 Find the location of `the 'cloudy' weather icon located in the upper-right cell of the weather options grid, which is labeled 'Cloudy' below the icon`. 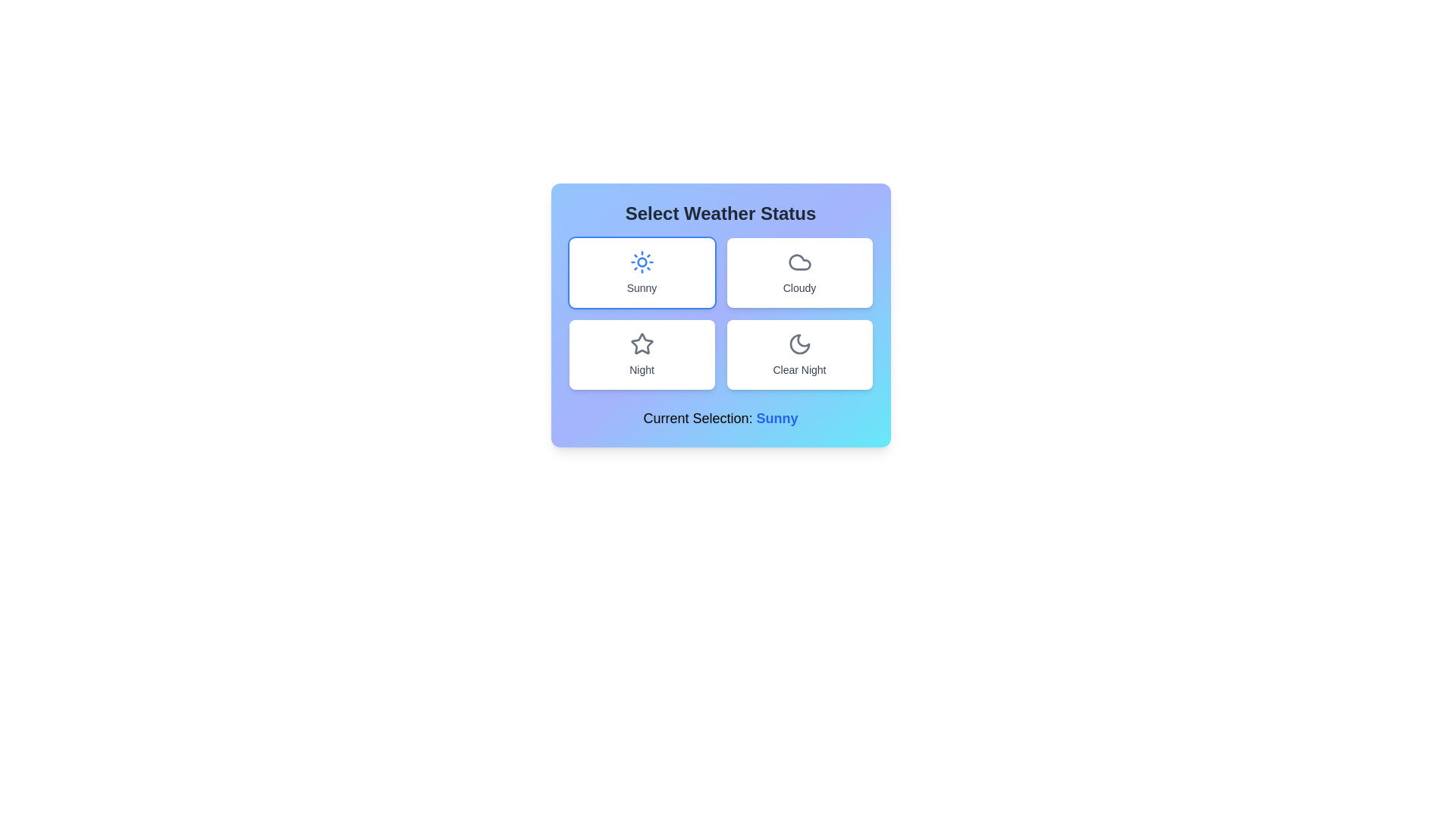

the 'cloudy' weather icon located in the upper-right cell of the weather options grid, which is labeled 'Cloudy' below the icon is located at coordinates (799, 262).